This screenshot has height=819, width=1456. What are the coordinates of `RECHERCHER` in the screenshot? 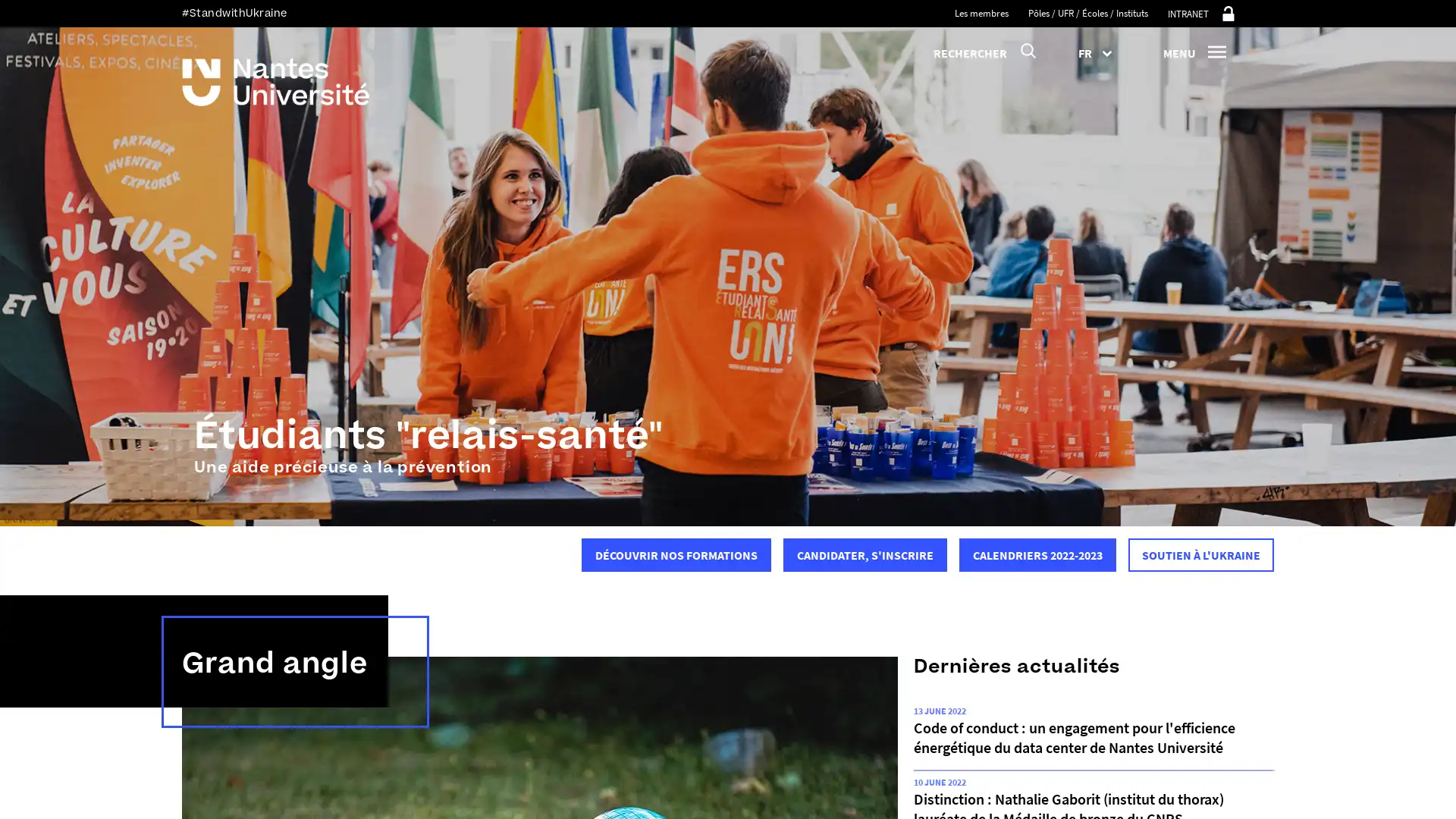 It's located at (985, 51).